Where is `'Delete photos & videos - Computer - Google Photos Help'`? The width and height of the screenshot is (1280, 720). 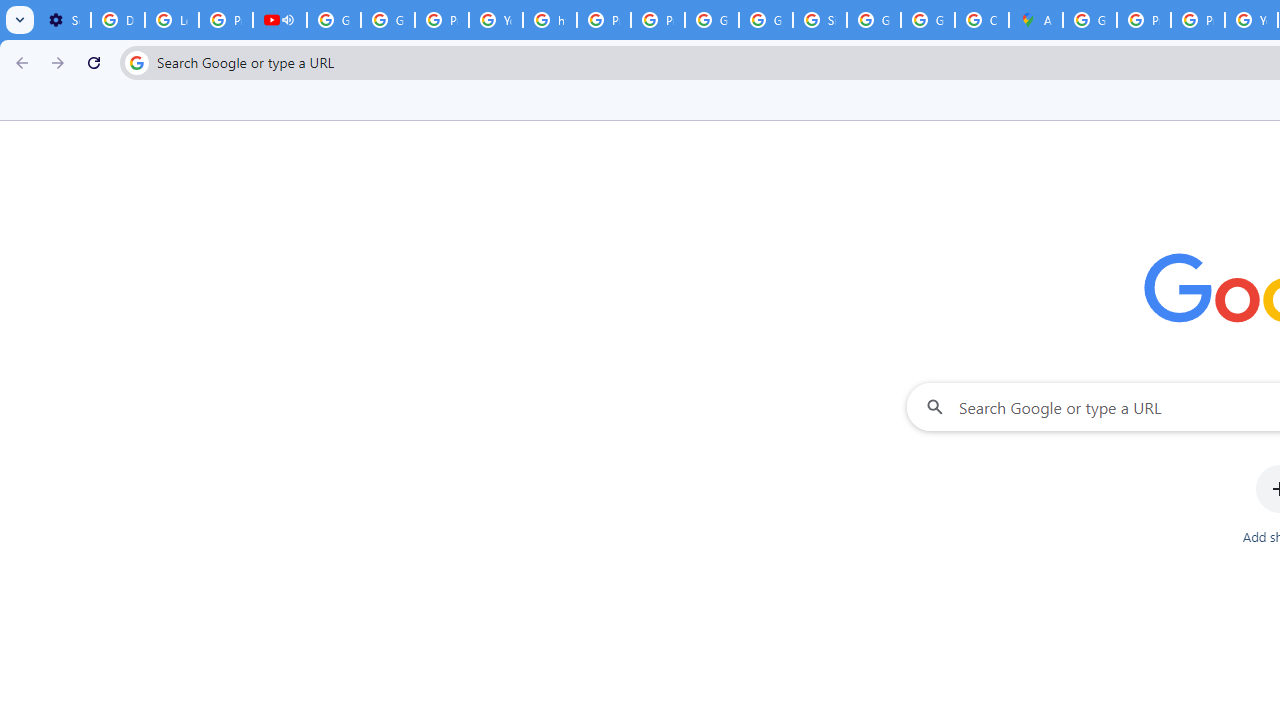 'Delete photos & videos - Computer - Google Photos Help' is located at coordinates (116, 20).